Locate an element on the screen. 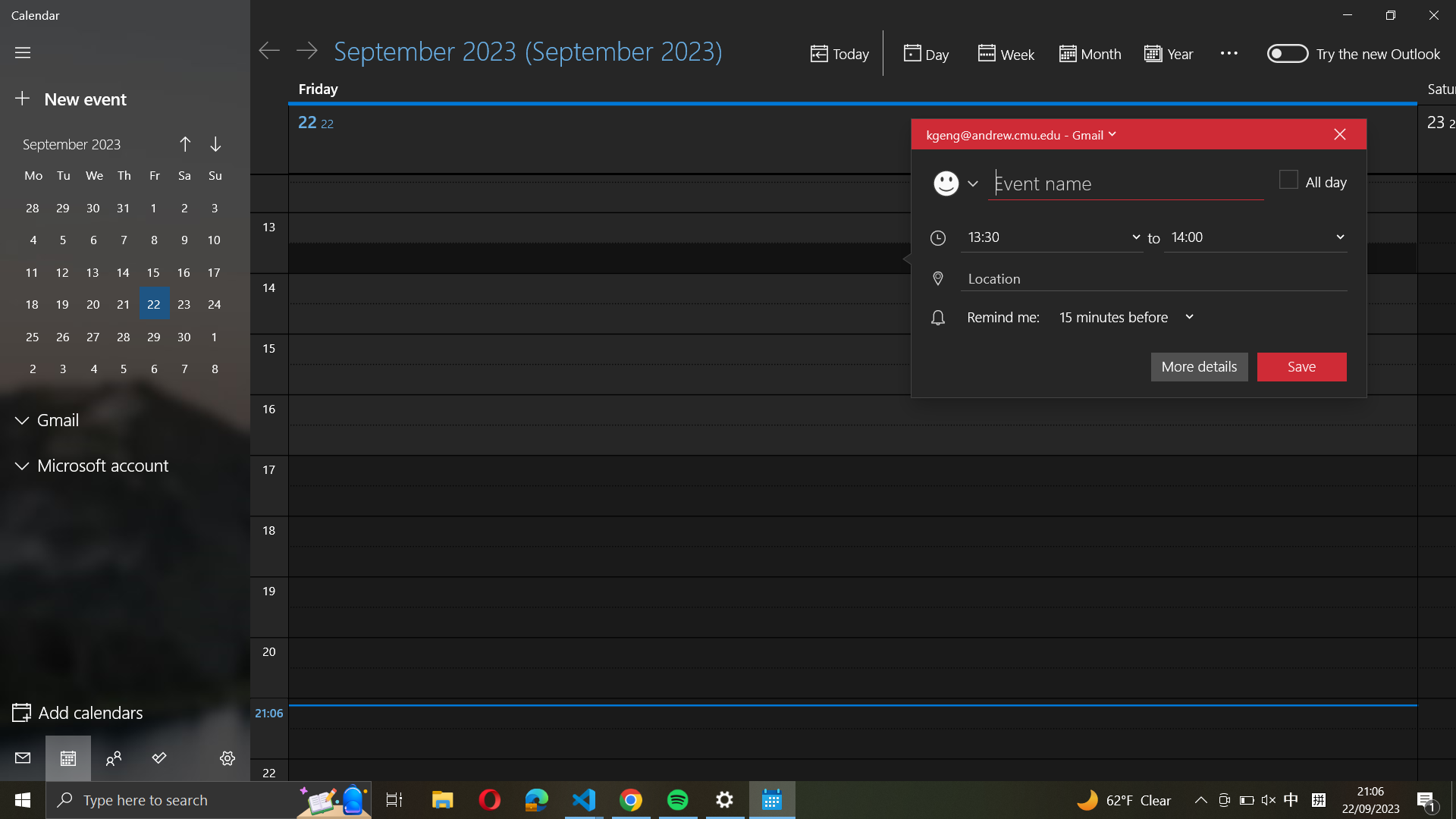 The height and width of the screenshot is (819, 1456). the calendar for the entire year is located at coordinates (1172, 52).